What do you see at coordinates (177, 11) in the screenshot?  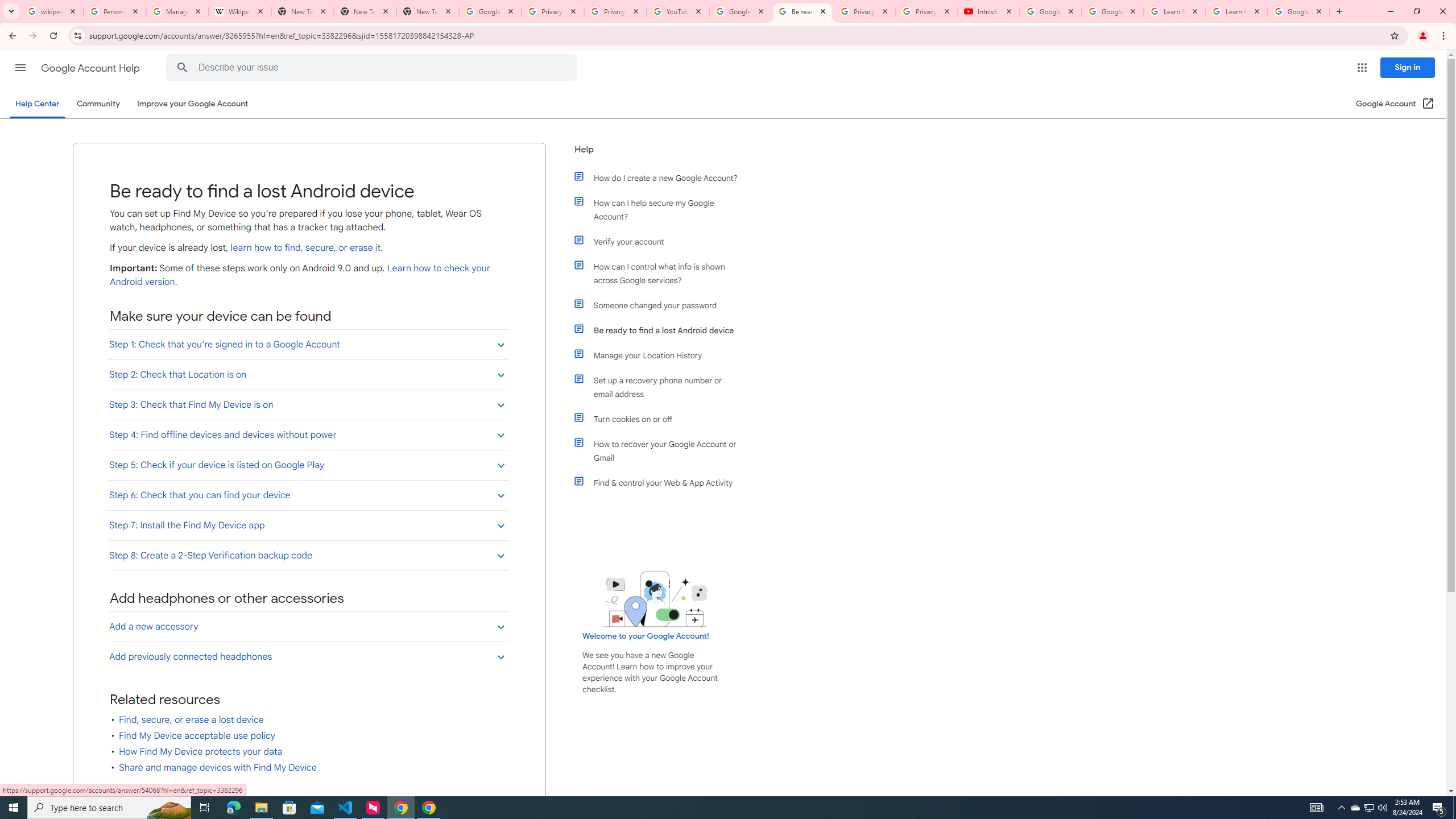 I see `'Manage your Location History - Google Search Help'` at bounding box center [177, 11].